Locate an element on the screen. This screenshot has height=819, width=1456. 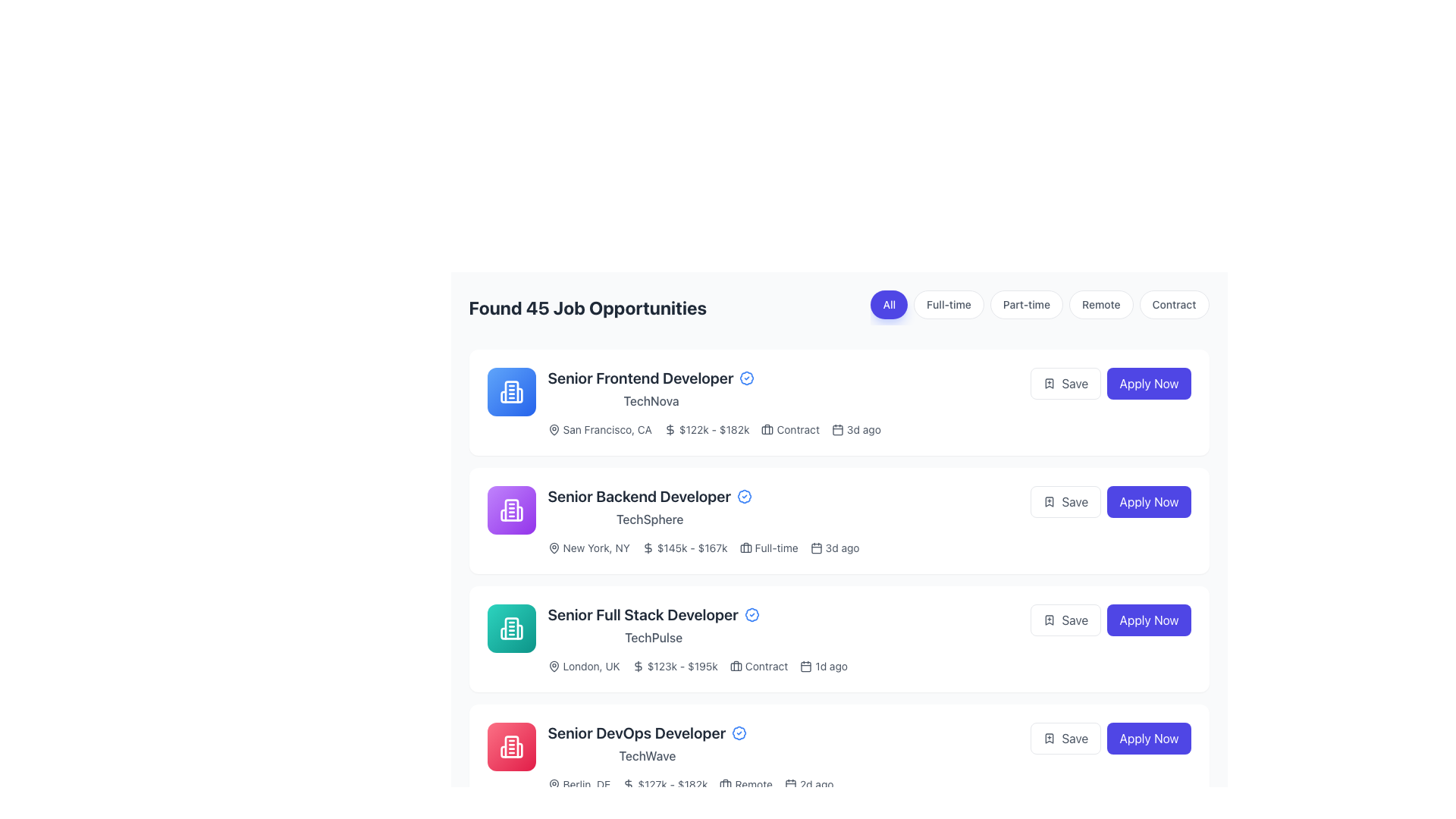
the rounded square icon with a purple gradient background, featuring a white outline of a building icon, which is the leftmost icon of the second job post under the 'Senior Backend Developer' section is located at coordinates (511, 510).